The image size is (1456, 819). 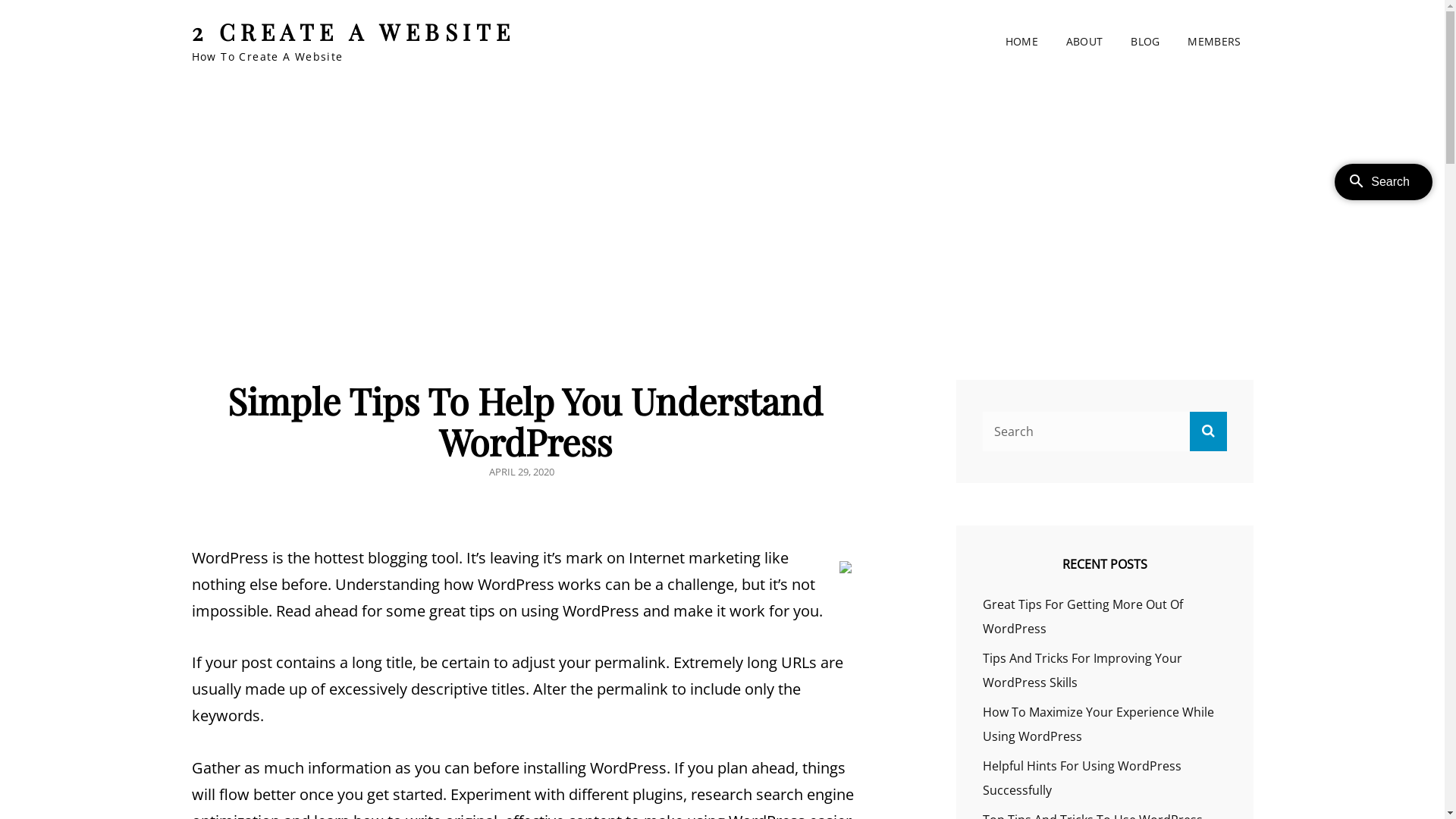 I want to click on 'Search', so click(x=1207, y=430).